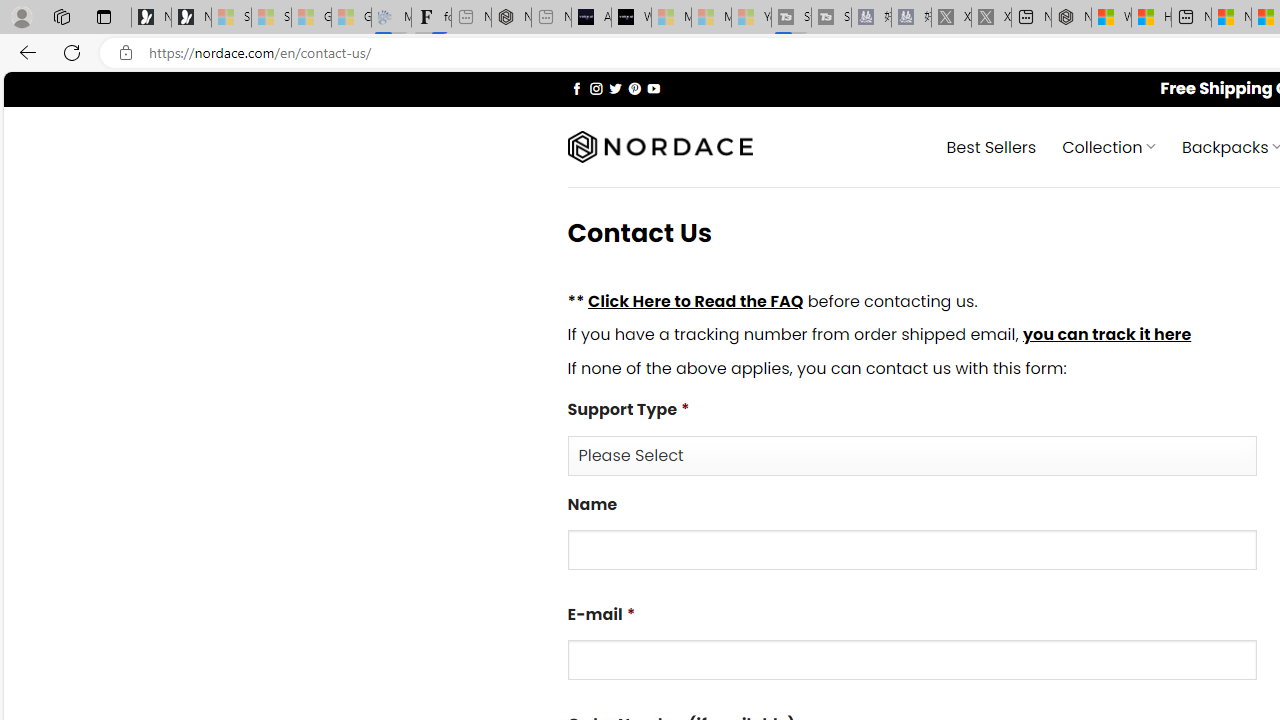  I want to click on 'Follow on Pinterest', so click(633, 87).